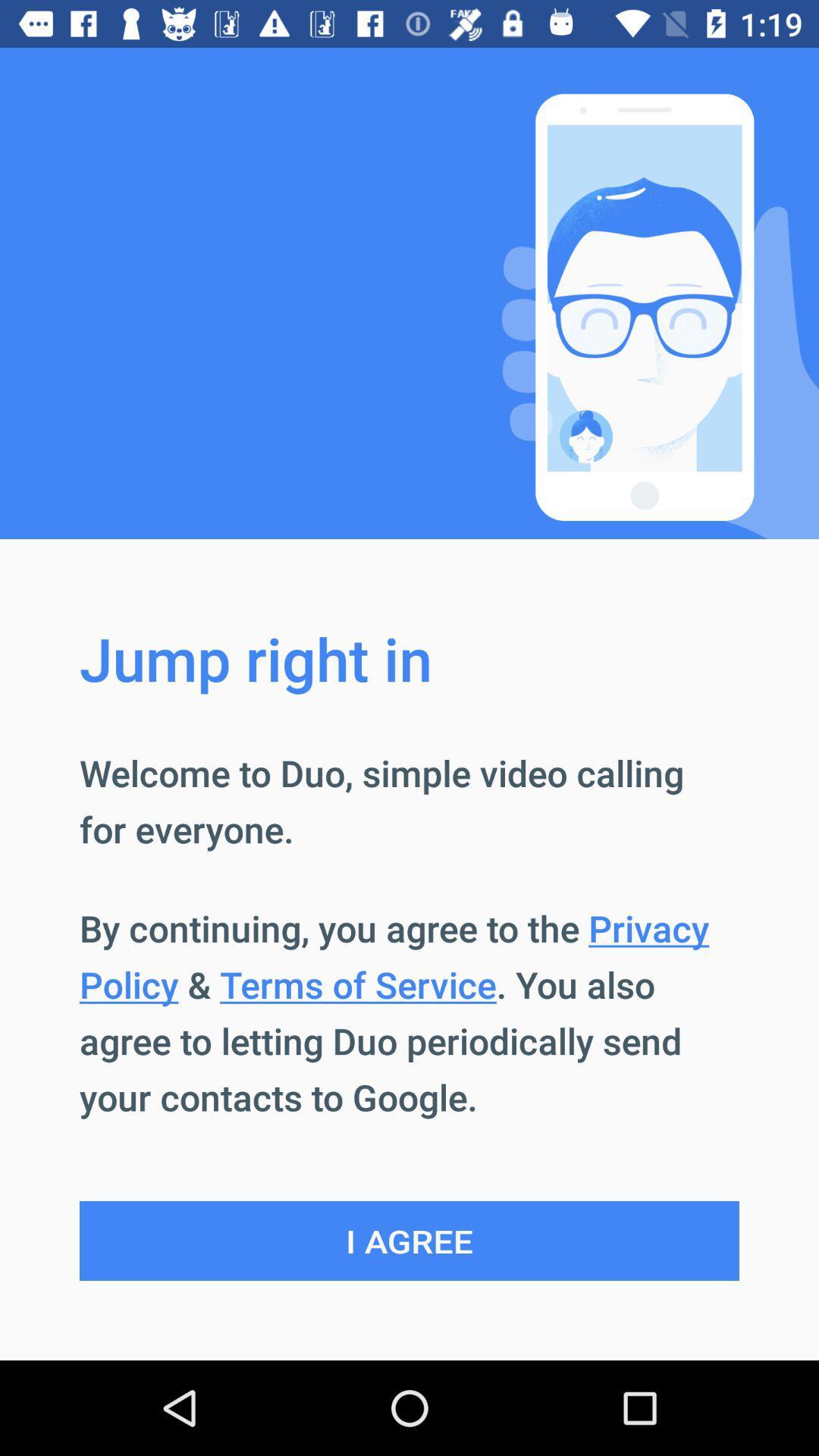 The height and width of the screenshot is (1456, 819). Describe the element at coordinates (409, 1012) in the screenshot. I see `app below welcome to duo` at that location.